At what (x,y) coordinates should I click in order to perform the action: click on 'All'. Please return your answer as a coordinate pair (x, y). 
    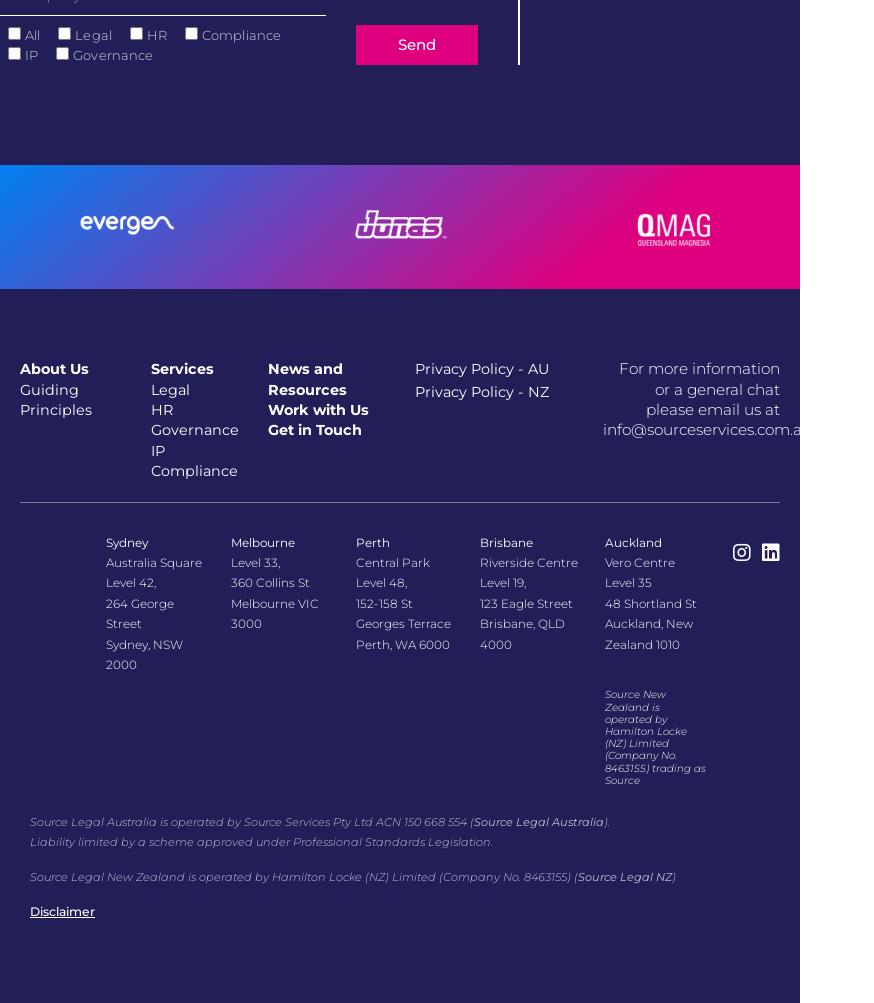
    Looking at the image, I should click on (31, 35).